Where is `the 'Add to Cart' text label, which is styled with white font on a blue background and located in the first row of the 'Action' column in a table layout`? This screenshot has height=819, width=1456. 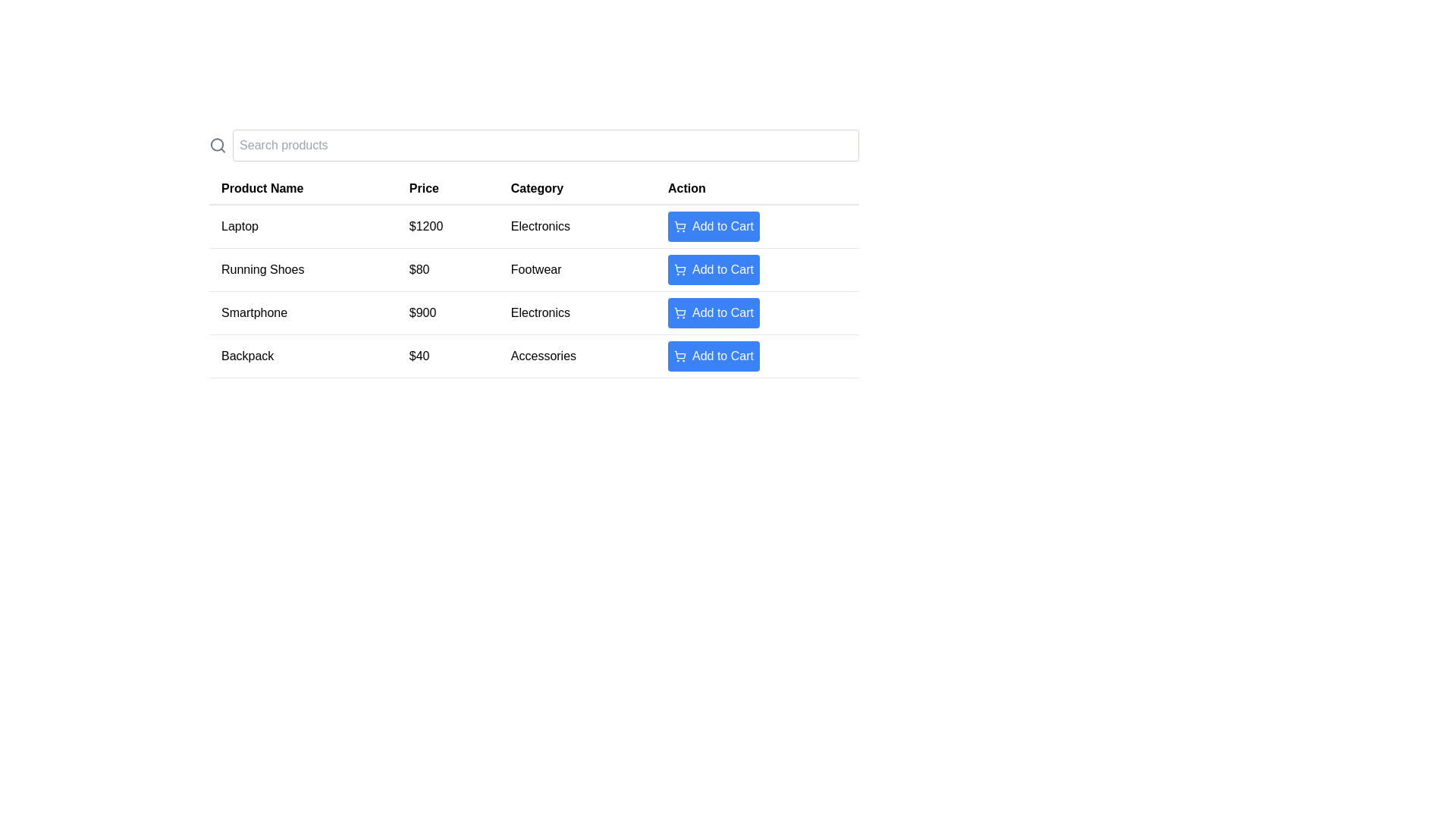 the 'Add to Cart' text label, which is styled with white font on a blue background and located in the first row of the 'Action' column in a table layout is located at coordinates (722, 227).